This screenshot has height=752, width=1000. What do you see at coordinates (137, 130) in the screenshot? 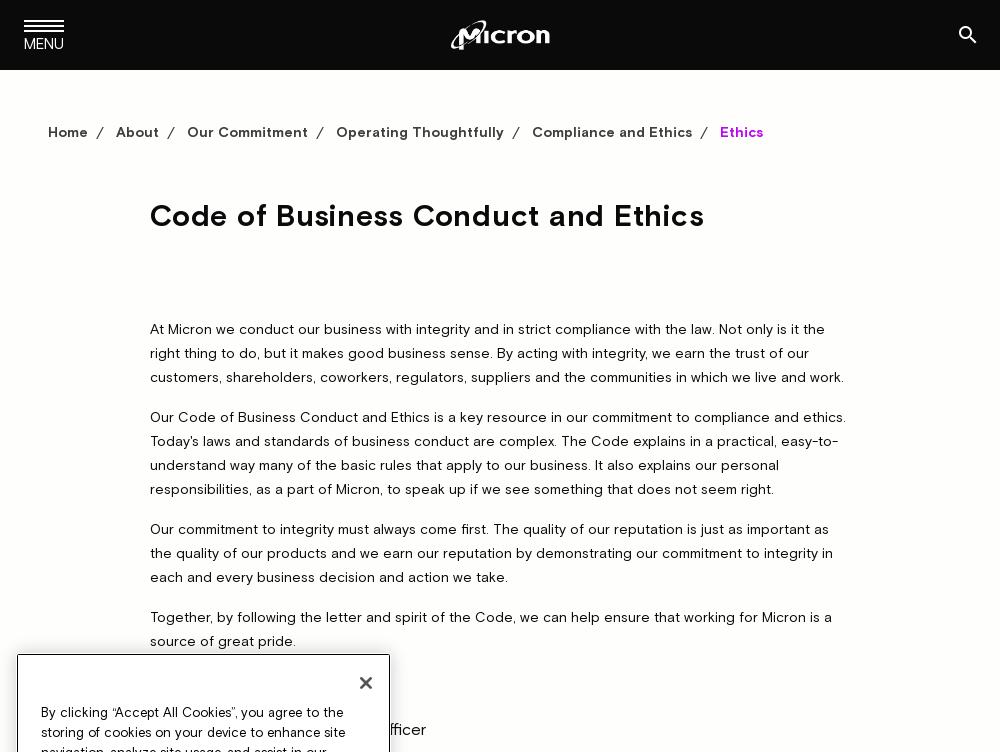
I see `'About'` at bounding box center [137, 130].